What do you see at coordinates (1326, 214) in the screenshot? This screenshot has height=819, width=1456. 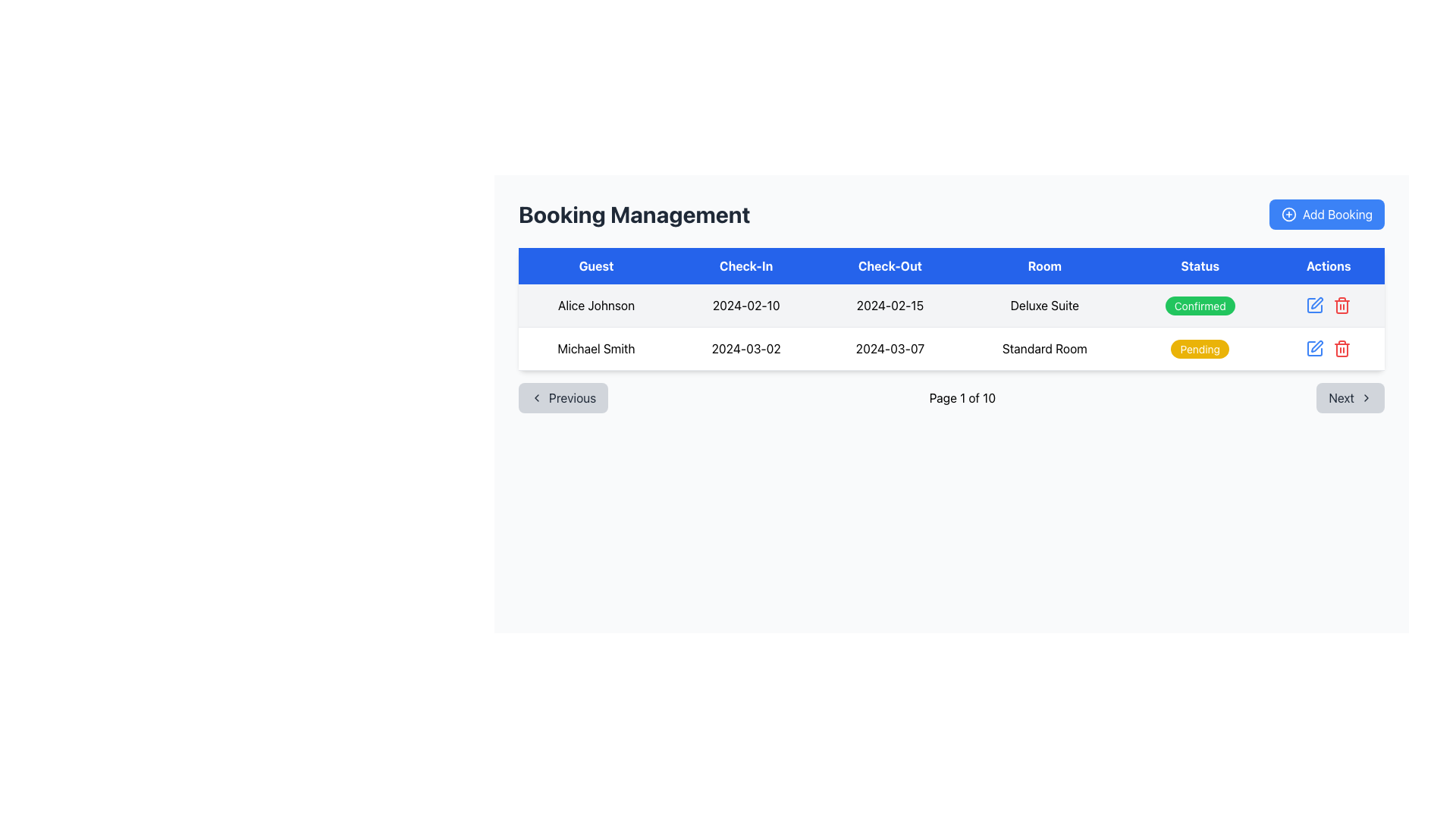 I see `the 'Add Booking' button, which has a vivid blue background and a white text label, to initiate the add booking action` at bounding box center [1326, 214].